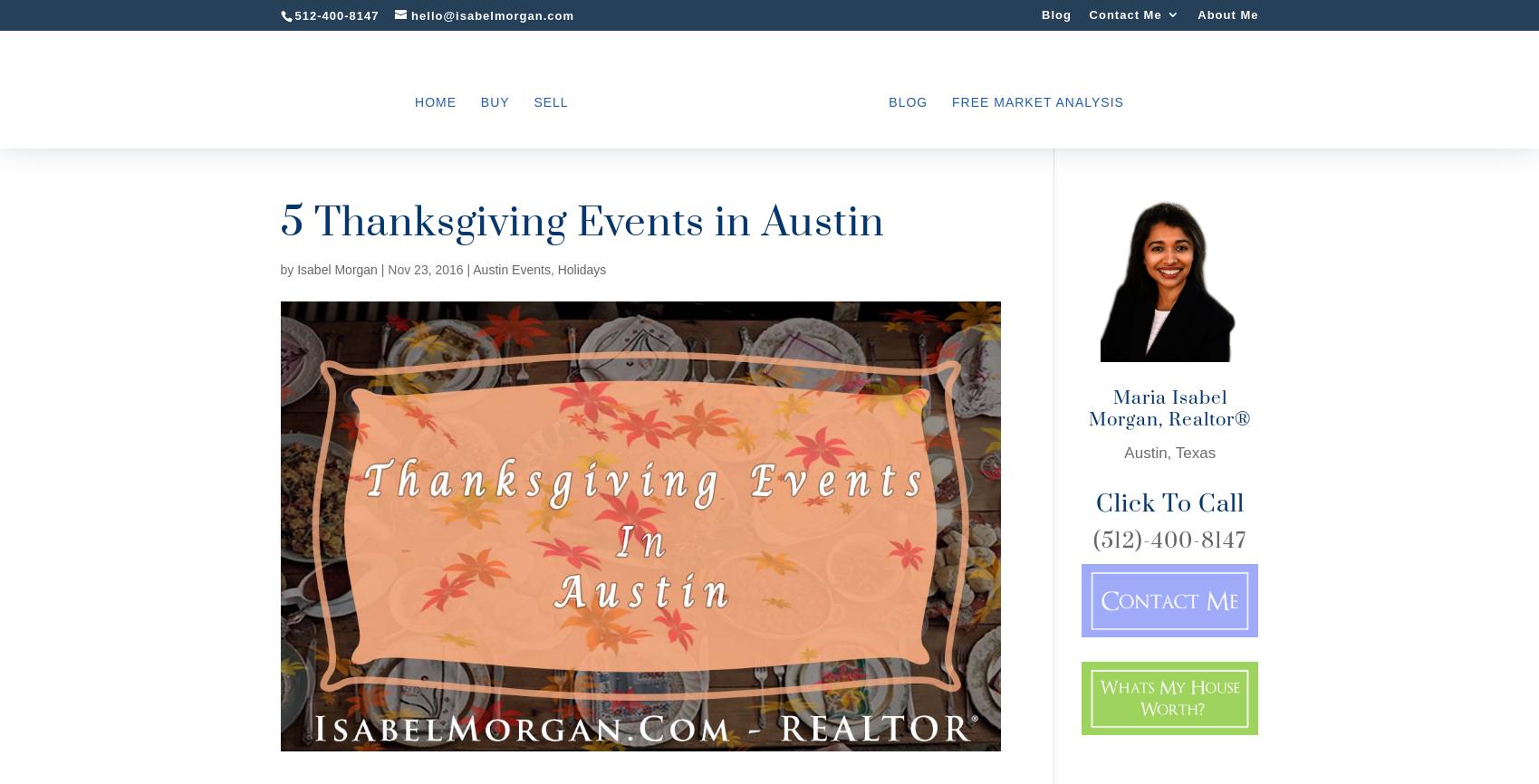 The image size is (1539, 784). What do you see at coordinates (1123, 14) in the screenshot?
I see `'Contact Me'` at bounding box center [1123, 14].